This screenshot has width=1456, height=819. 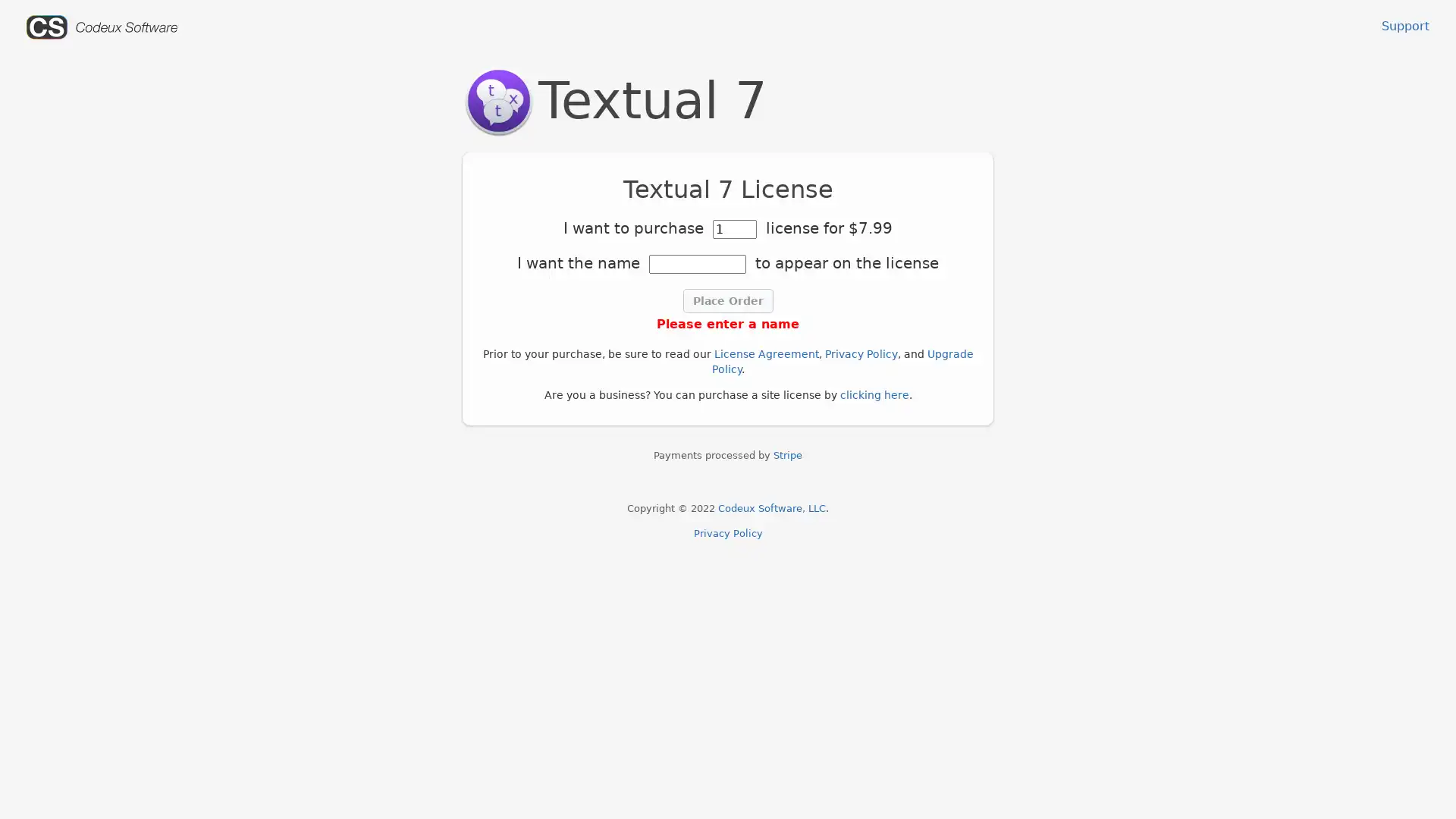 What do you see at coordinates (726, 301) in the screenshot?
I see `Place Order` at bounding box center [726, 301].